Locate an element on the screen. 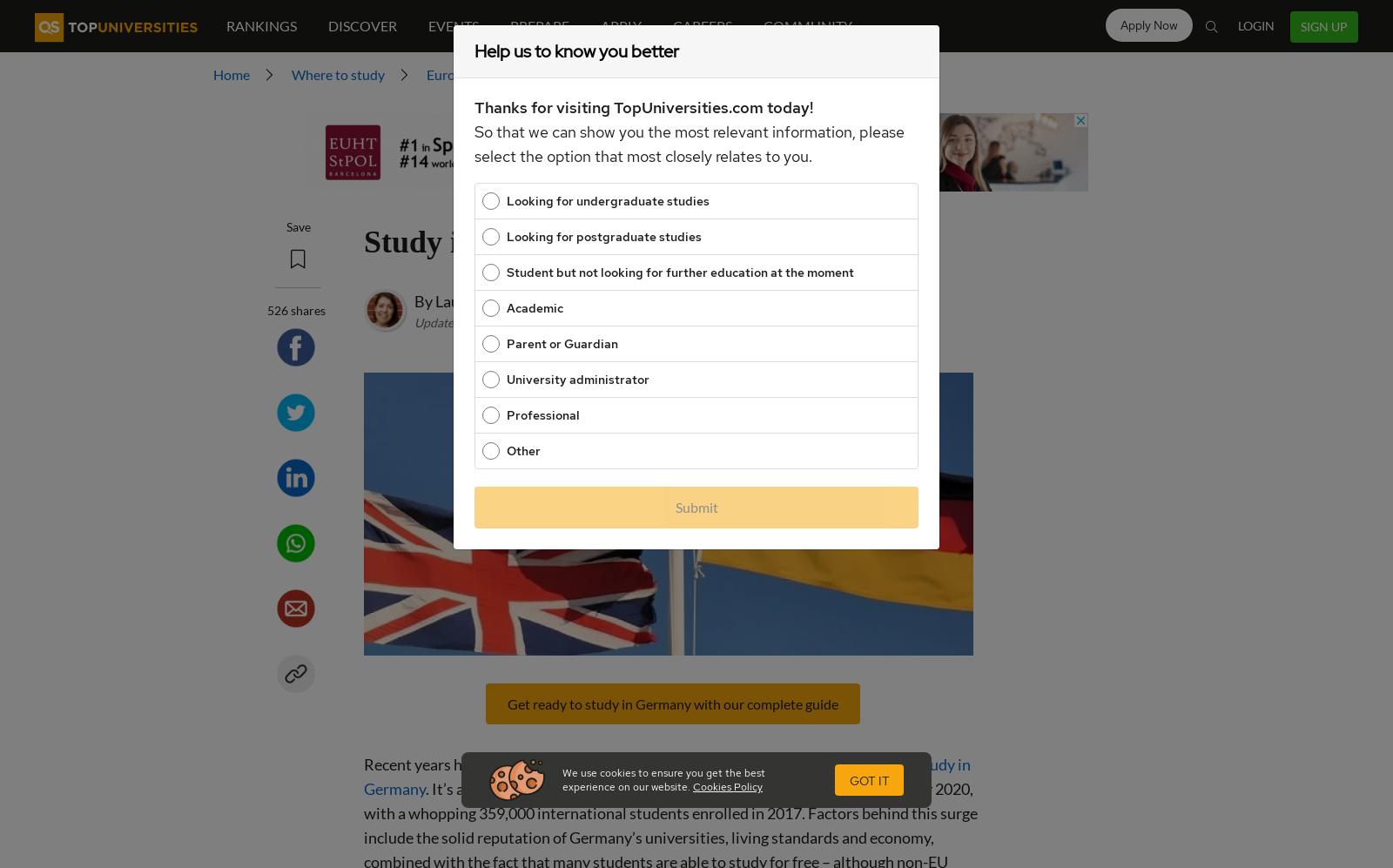 The width and height of the screenshot is (1393, 868). 'Save' is located at coordinates (297, 225).